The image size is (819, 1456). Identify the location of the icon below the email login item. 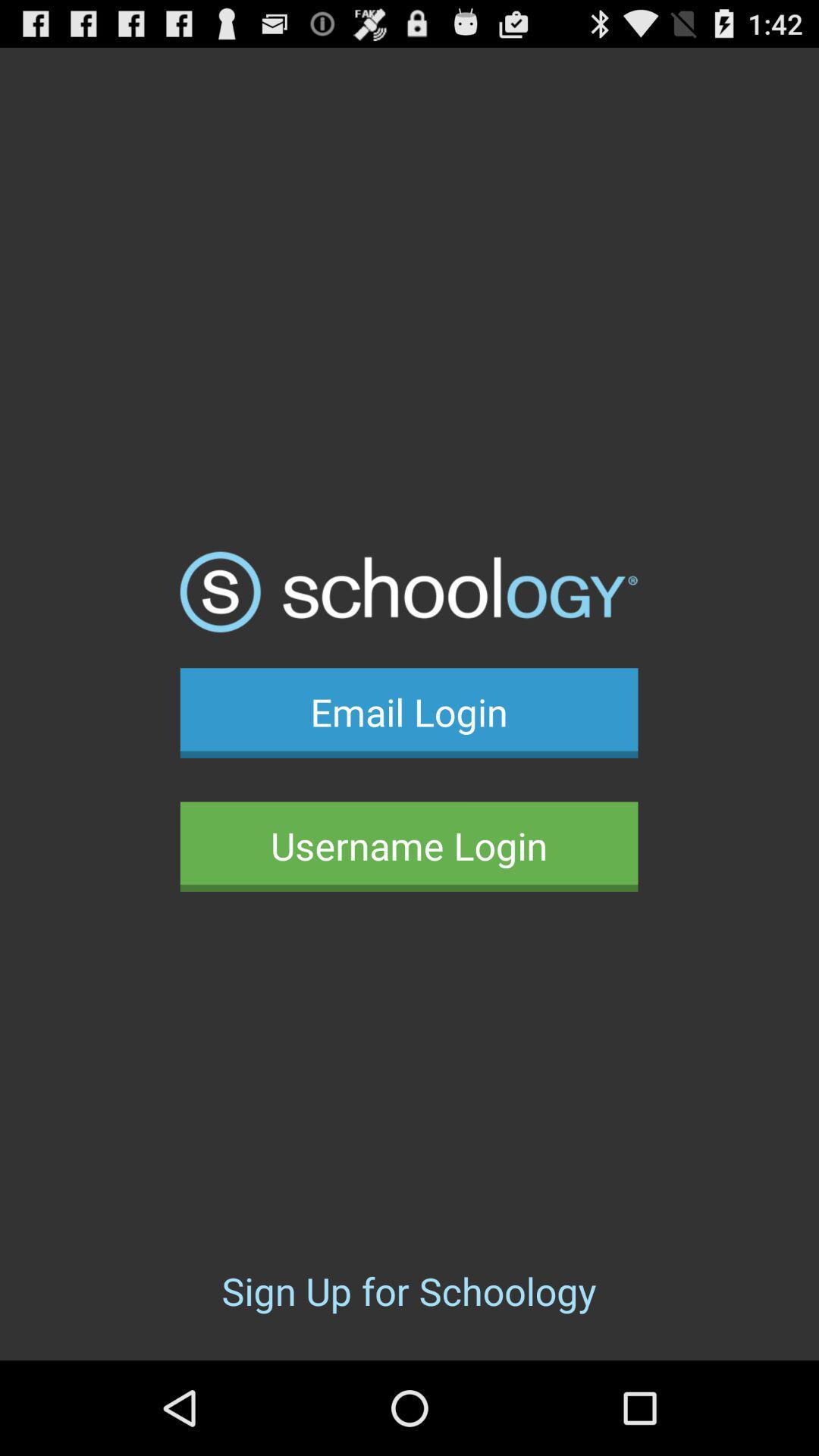
(408, 846).